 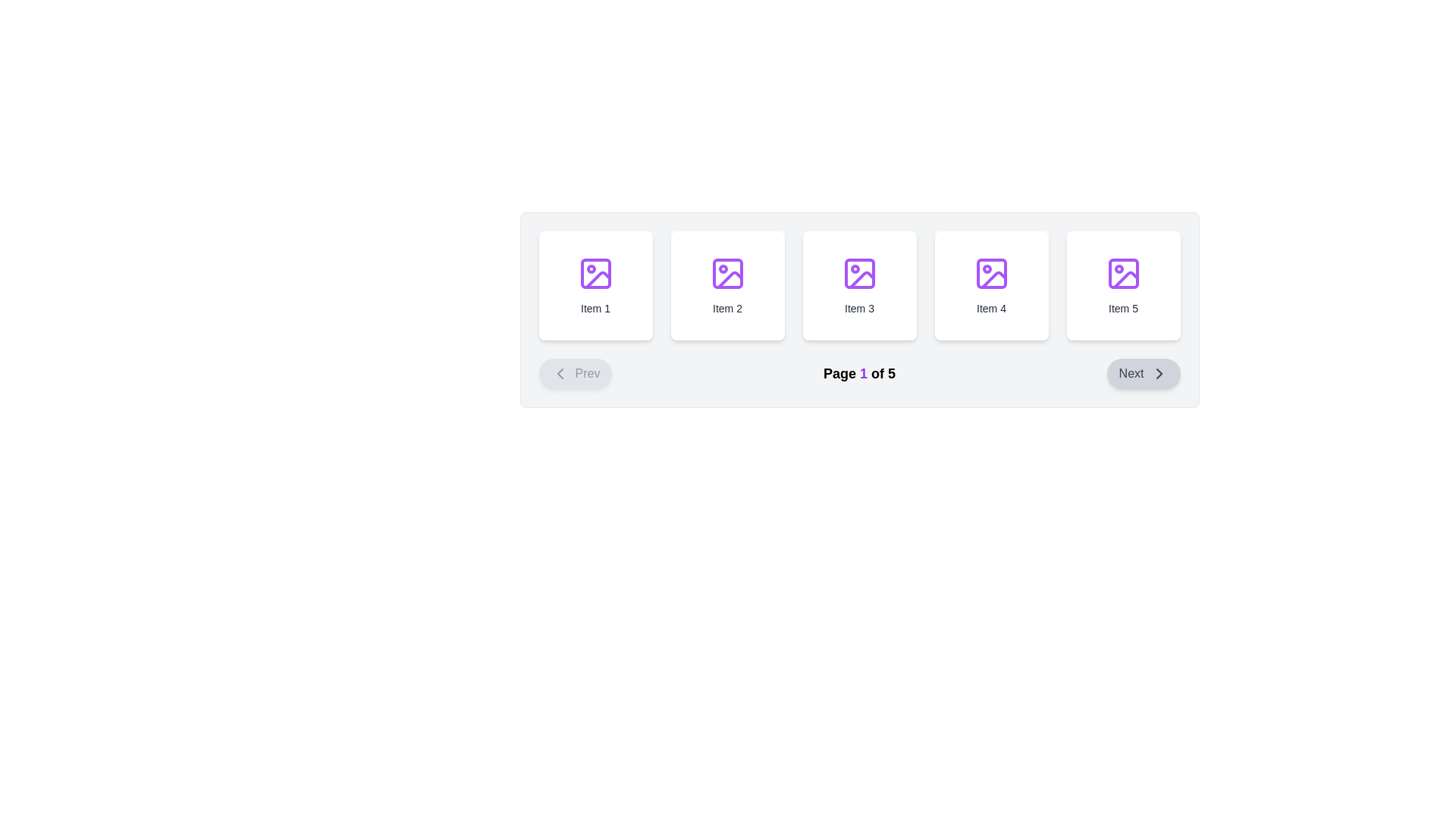 I want to click on the card labeled 'Item 1', which is the first card in a grid layout, featuring a purple image icon at the top and a white background with rounded corners, so click(x=595, y=286).